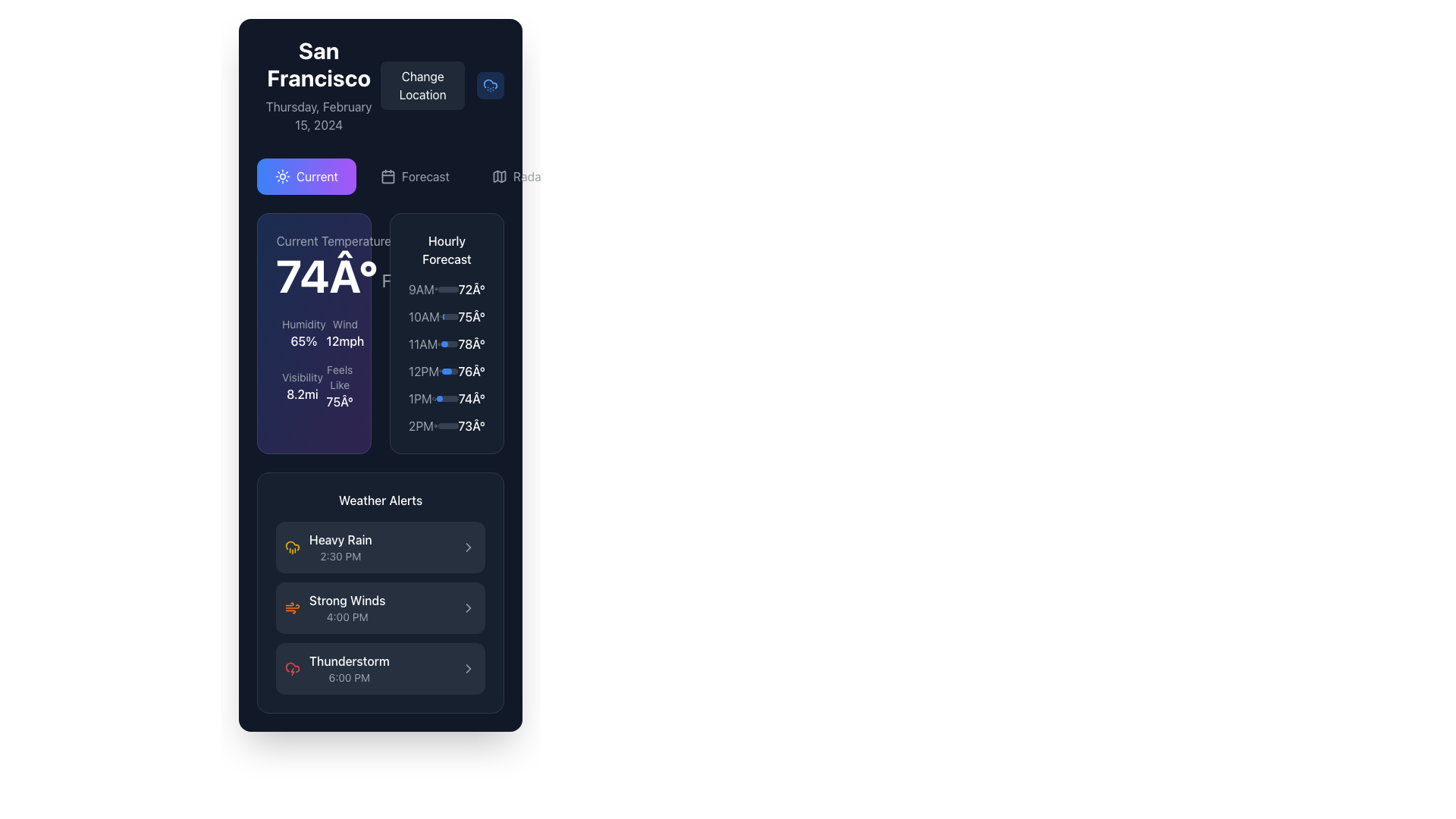  Describe the element at coordinates (335, 332) in the screenshot. I see `the text element displaying the current wind speed in mph, located in the bottom-right corner of the 'Wind' data display card` at that location.